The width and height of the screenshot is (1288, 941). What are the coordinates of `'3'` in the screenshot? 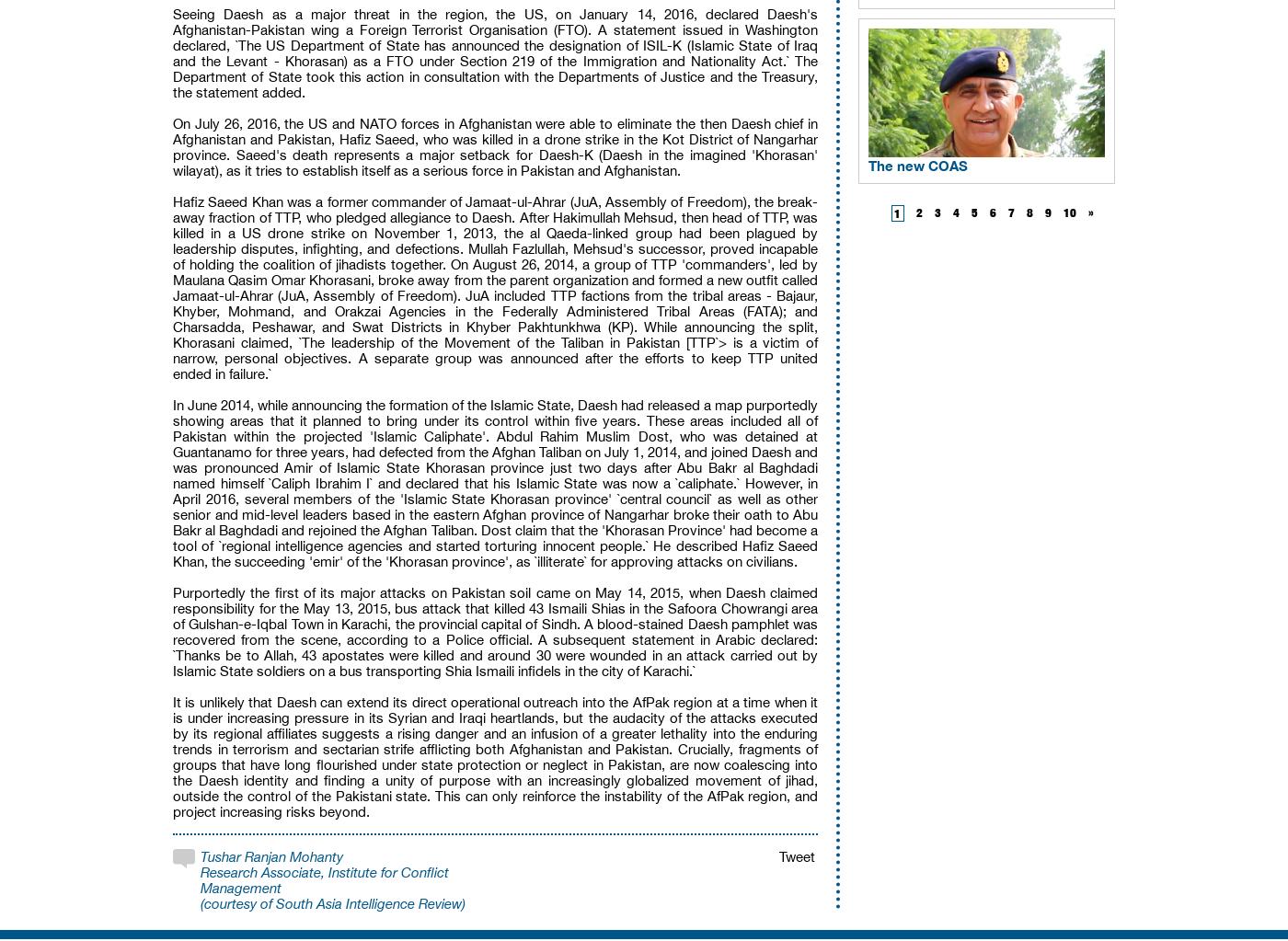 It's located at (936, 210).